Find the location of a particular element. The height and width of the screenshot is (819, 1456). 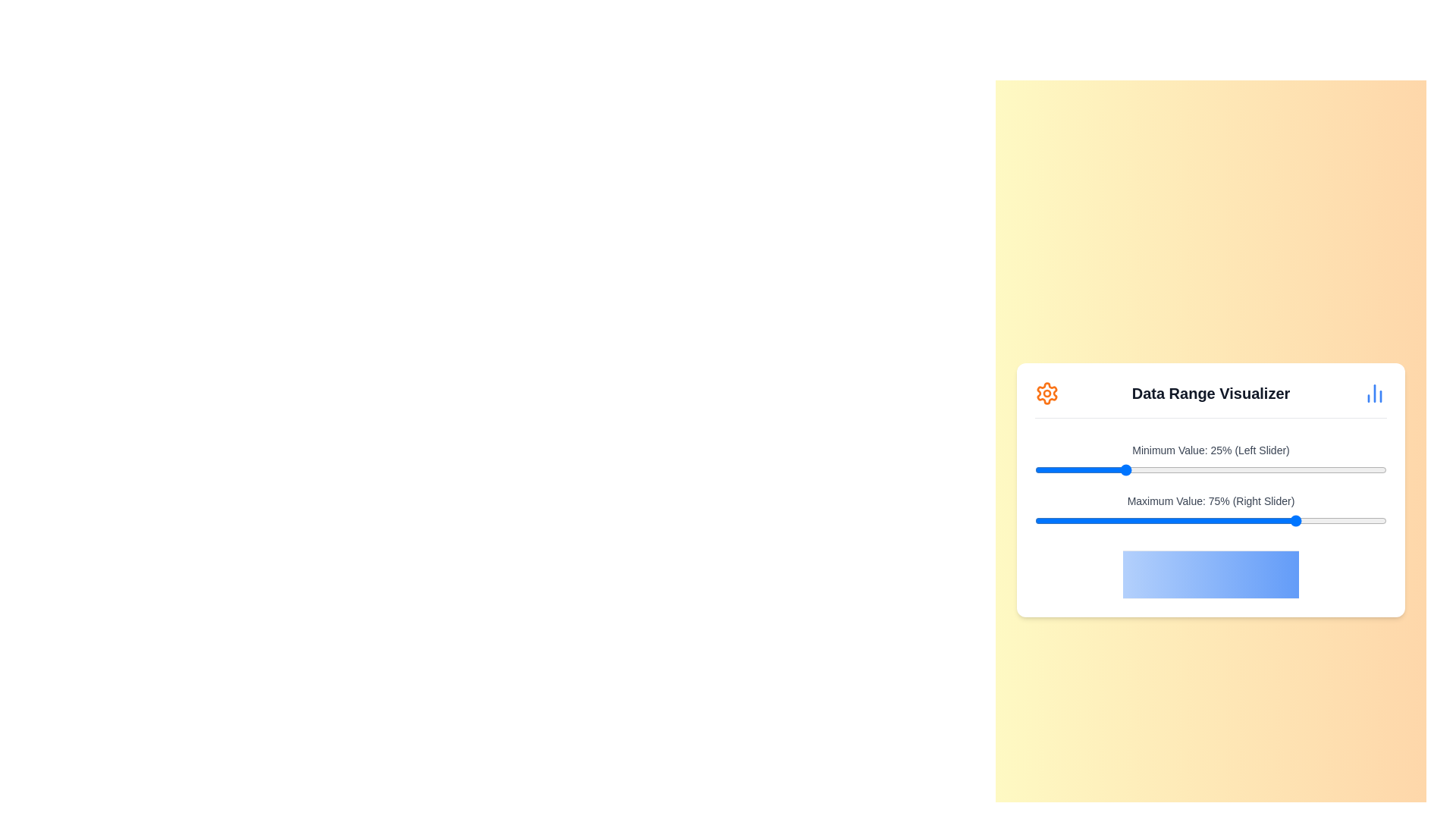

the track of the second slider input located below the label 'Maximum Value: 75% (Right Slider)' to move the handle to the clicked position is located at coordinates (1210, 519).